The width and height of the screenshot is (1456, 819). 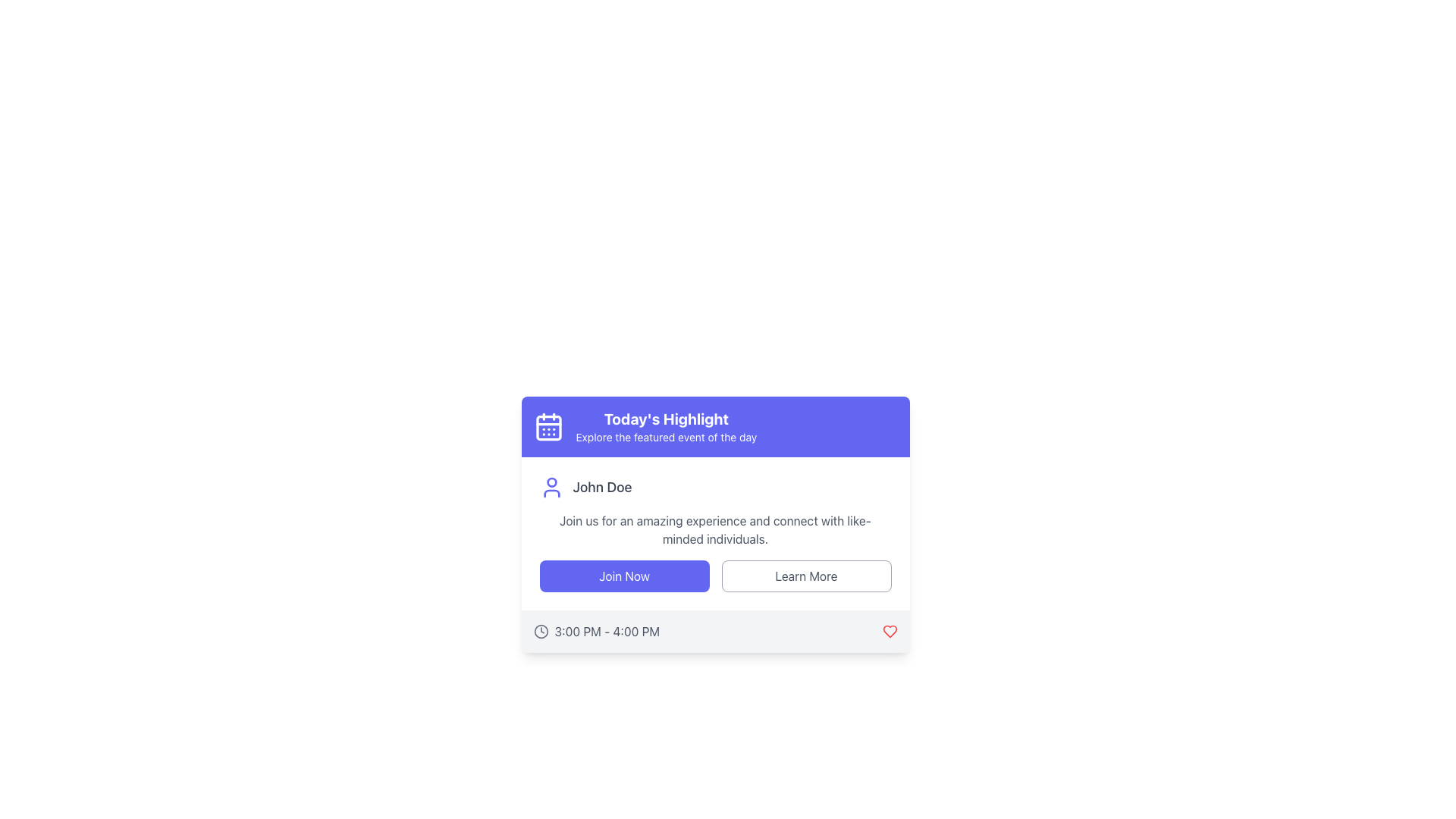 What do you see at coordinates (666, 438) in the screenshot?
I see `the Text Label displaying 'Explore the featured event of the day', which is positioned below the heading 'Today's Highlight' and has a blue background` at bounding box center [666, 438].